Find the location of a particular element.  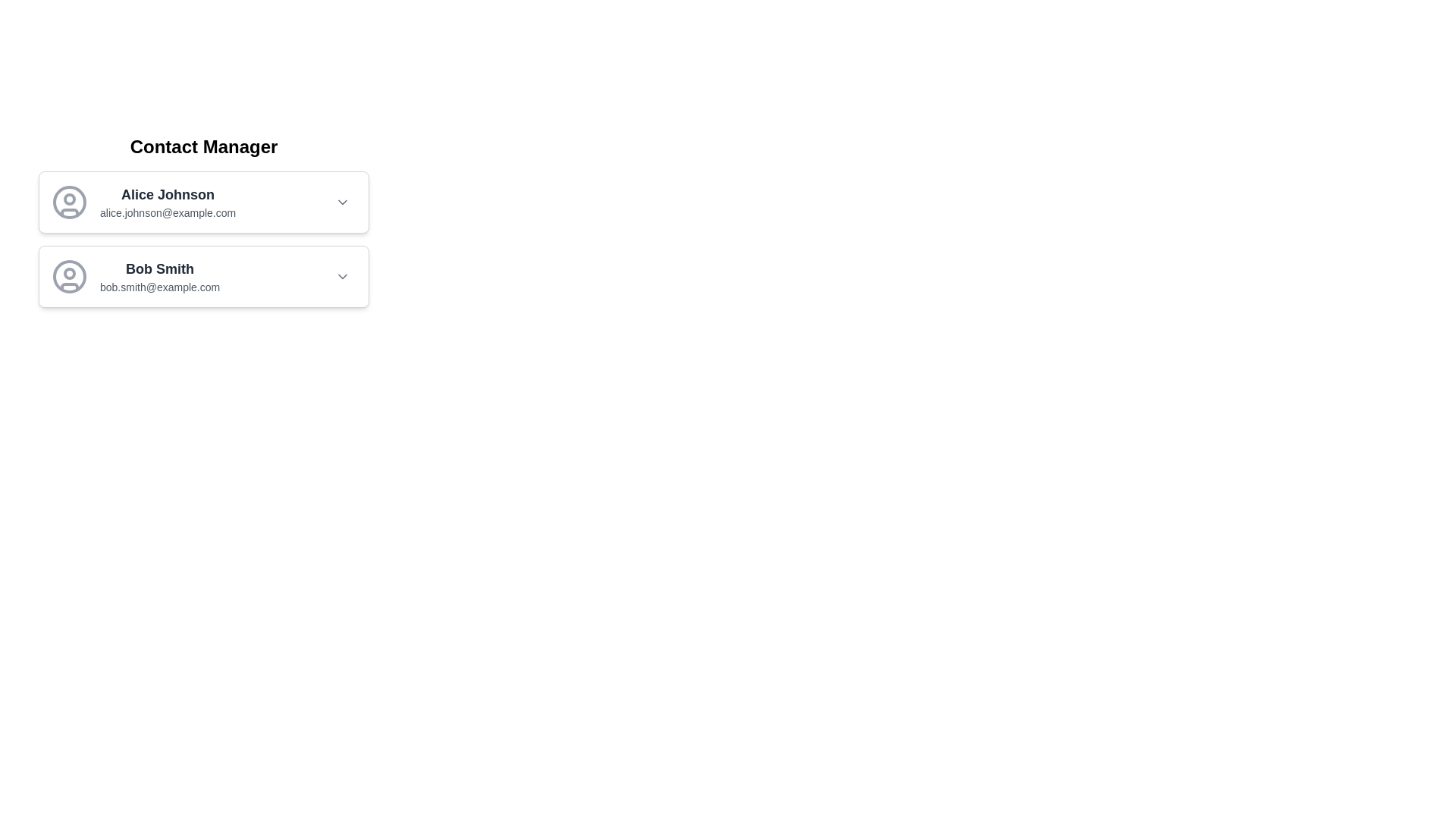

the small downward-pointing chevron icon embedded within the circular button located on the right side of the top contact card for 'Alice Johnson' is located at coordinates (341, 201).